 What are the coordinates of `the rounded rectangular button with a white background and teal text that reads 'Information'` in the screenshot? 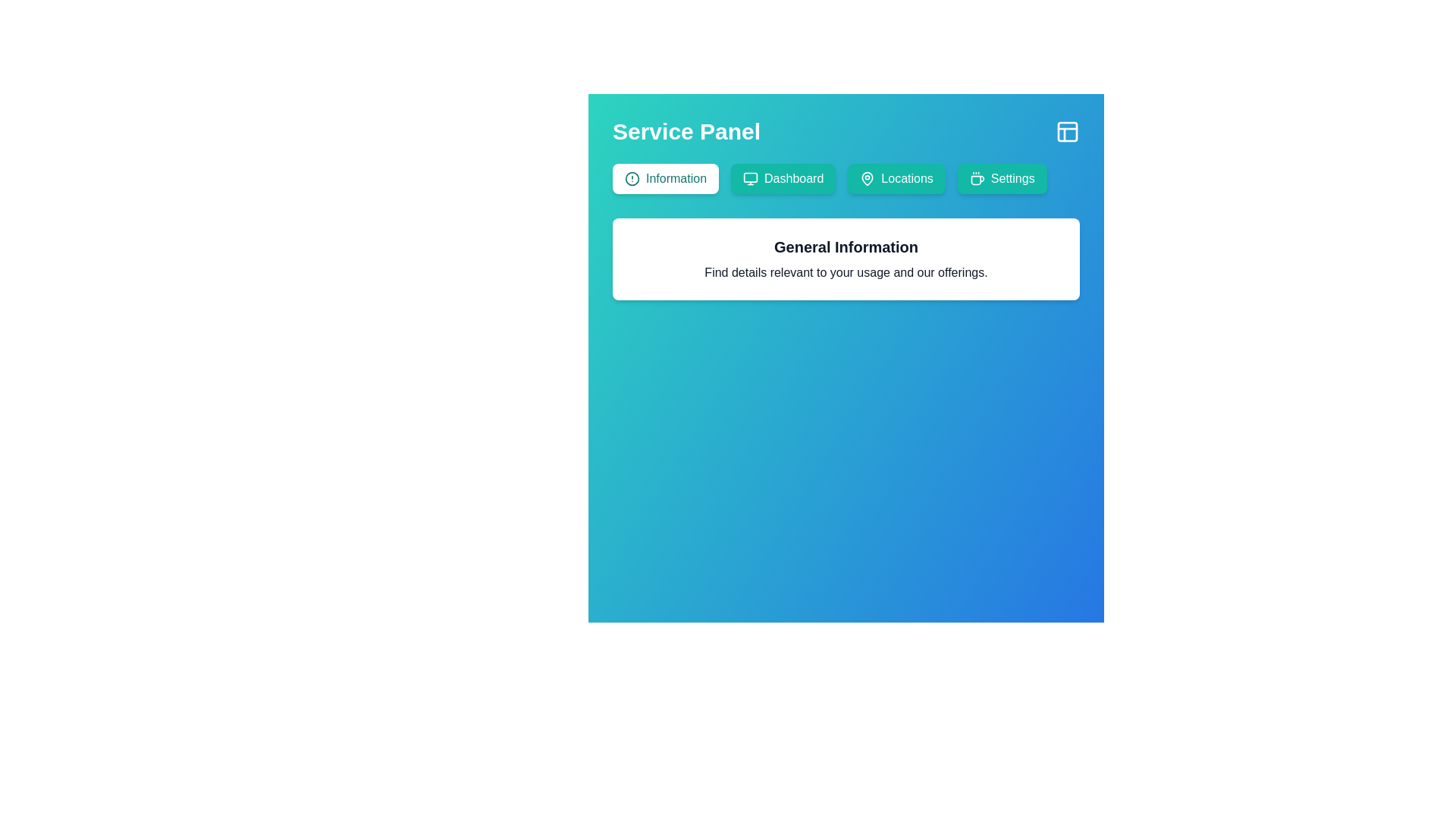 It's located at (666, 177).